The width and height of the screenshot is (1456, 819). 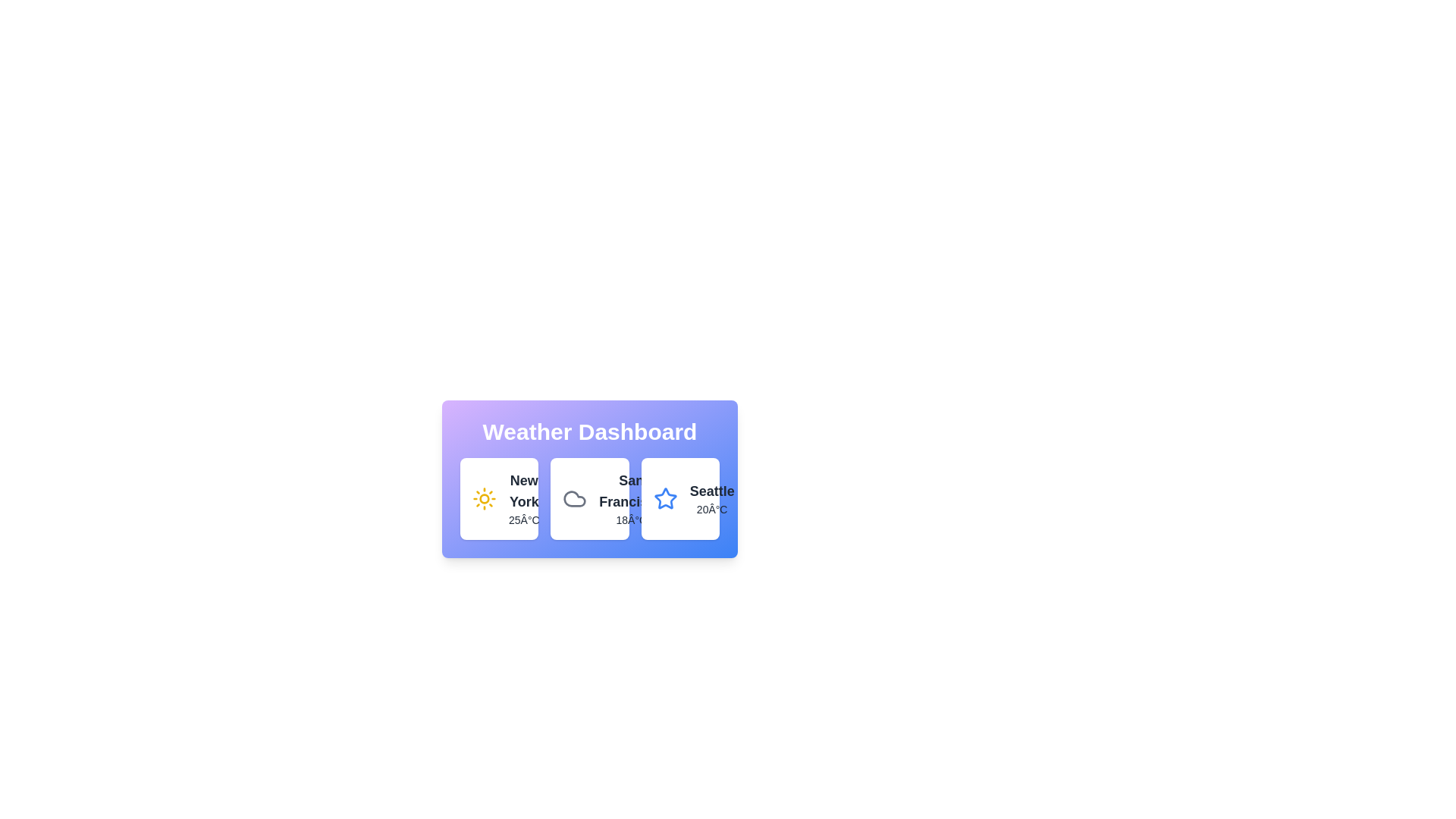 I want to click on temperature value displayed in the text label beneath 'New York' in the weather dashboard, so click(x=524, y=519).